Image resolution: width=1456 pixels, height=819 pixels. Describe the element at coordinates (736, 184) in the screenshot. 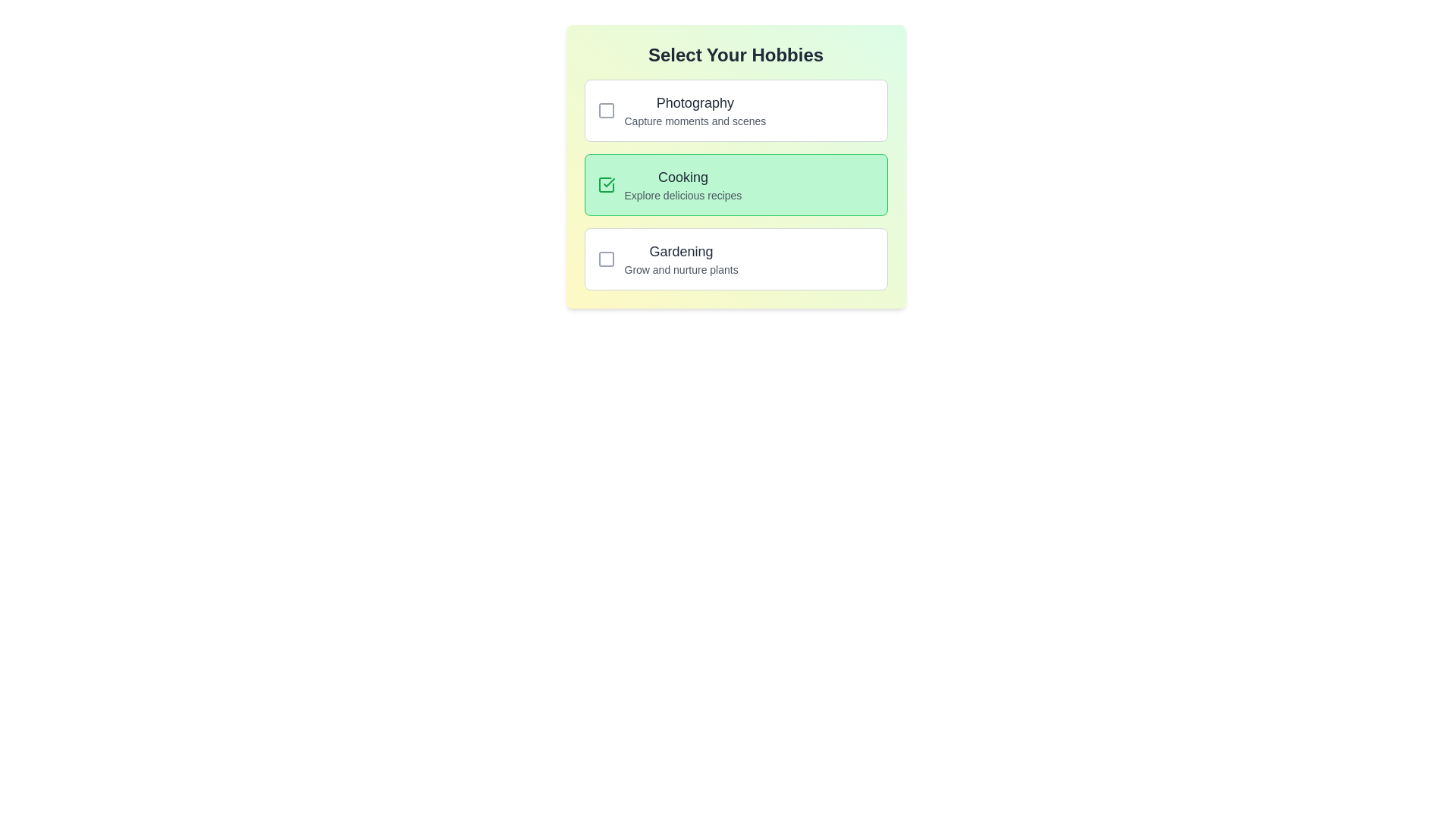

I see `the selectable list item labeled 'Cooking'` at that location.